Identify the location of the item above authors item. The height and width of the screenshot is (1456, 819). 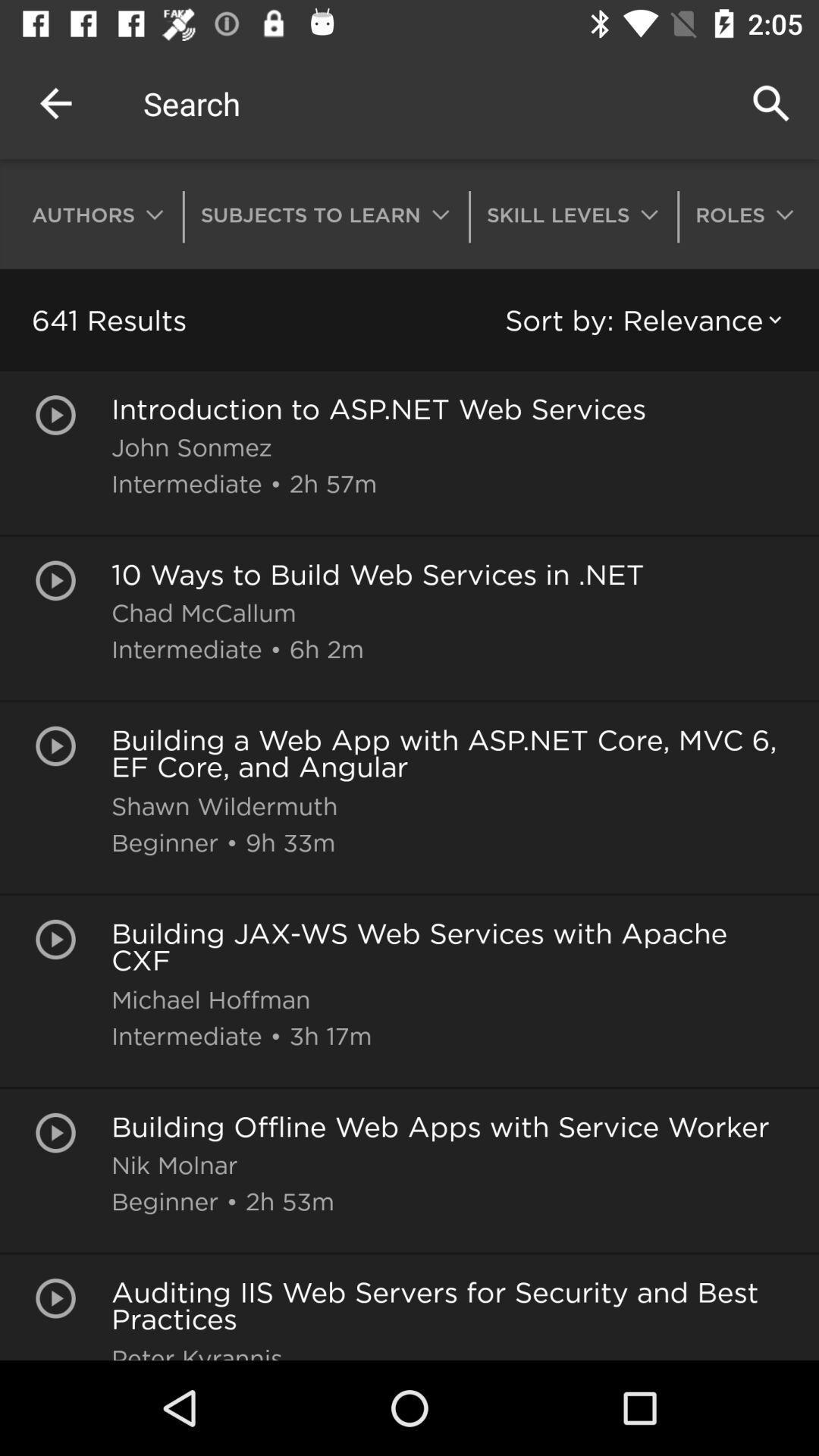
(55, 102).